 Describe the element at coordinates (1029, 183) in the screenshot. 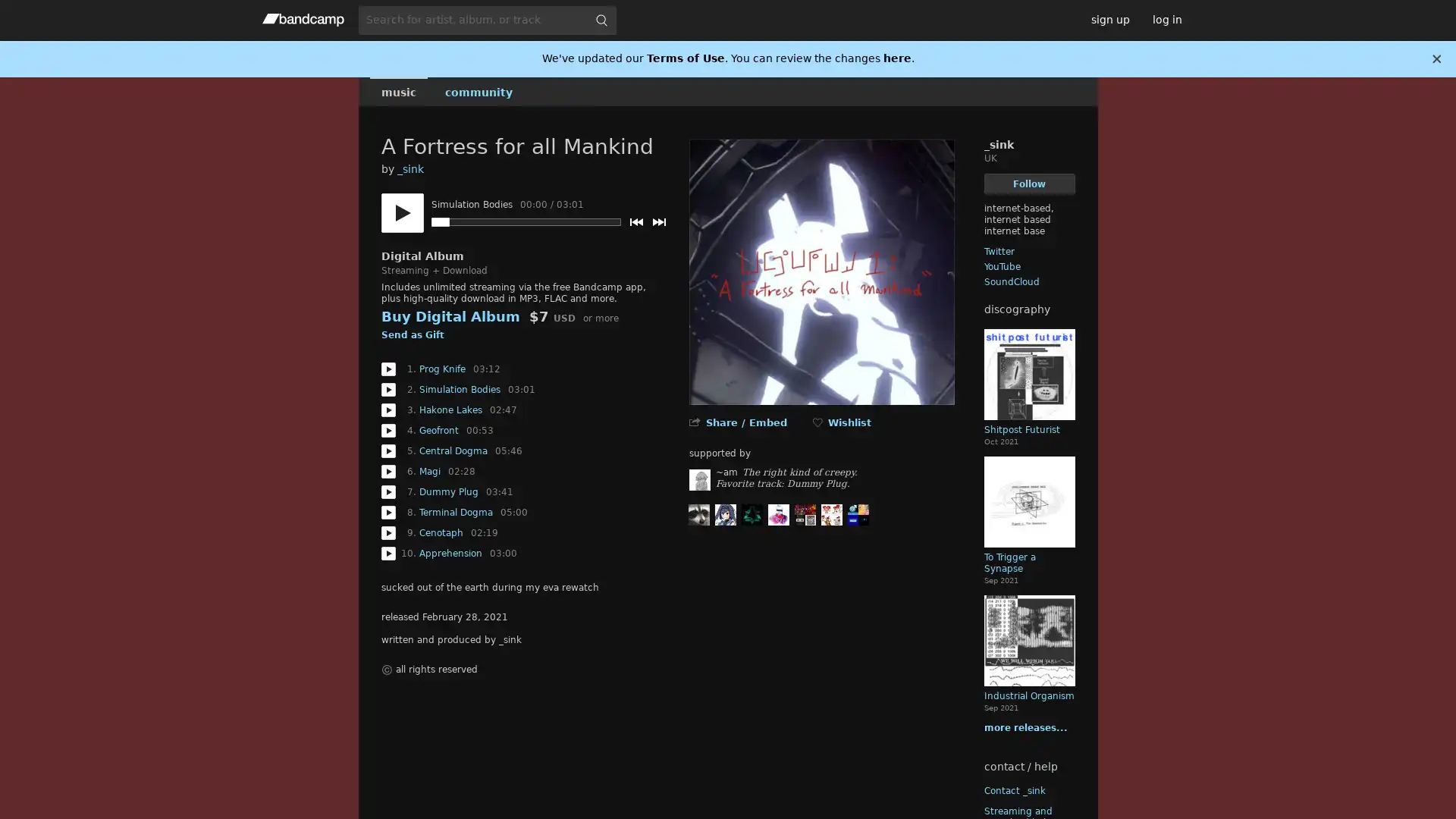

I see `Follow` at that location.